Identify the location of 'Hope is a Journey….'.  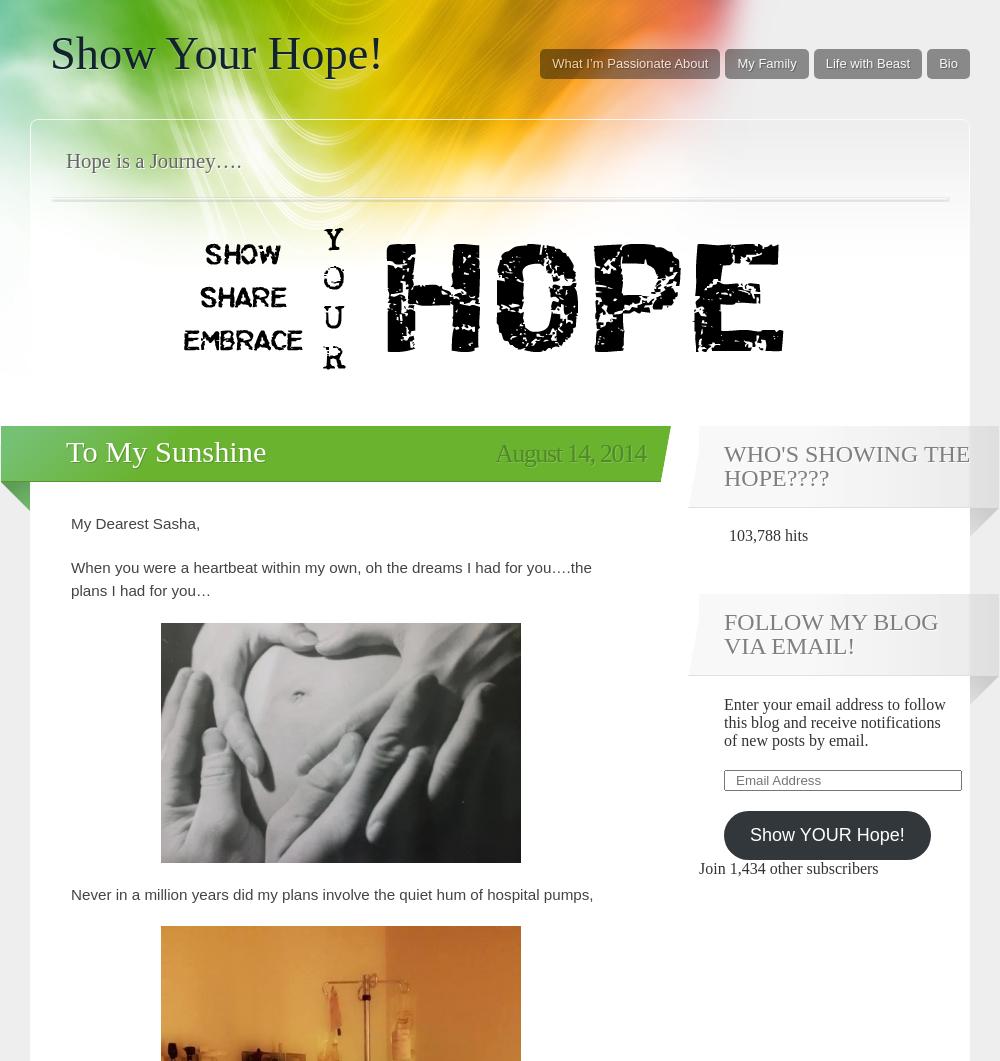
(153, 160).